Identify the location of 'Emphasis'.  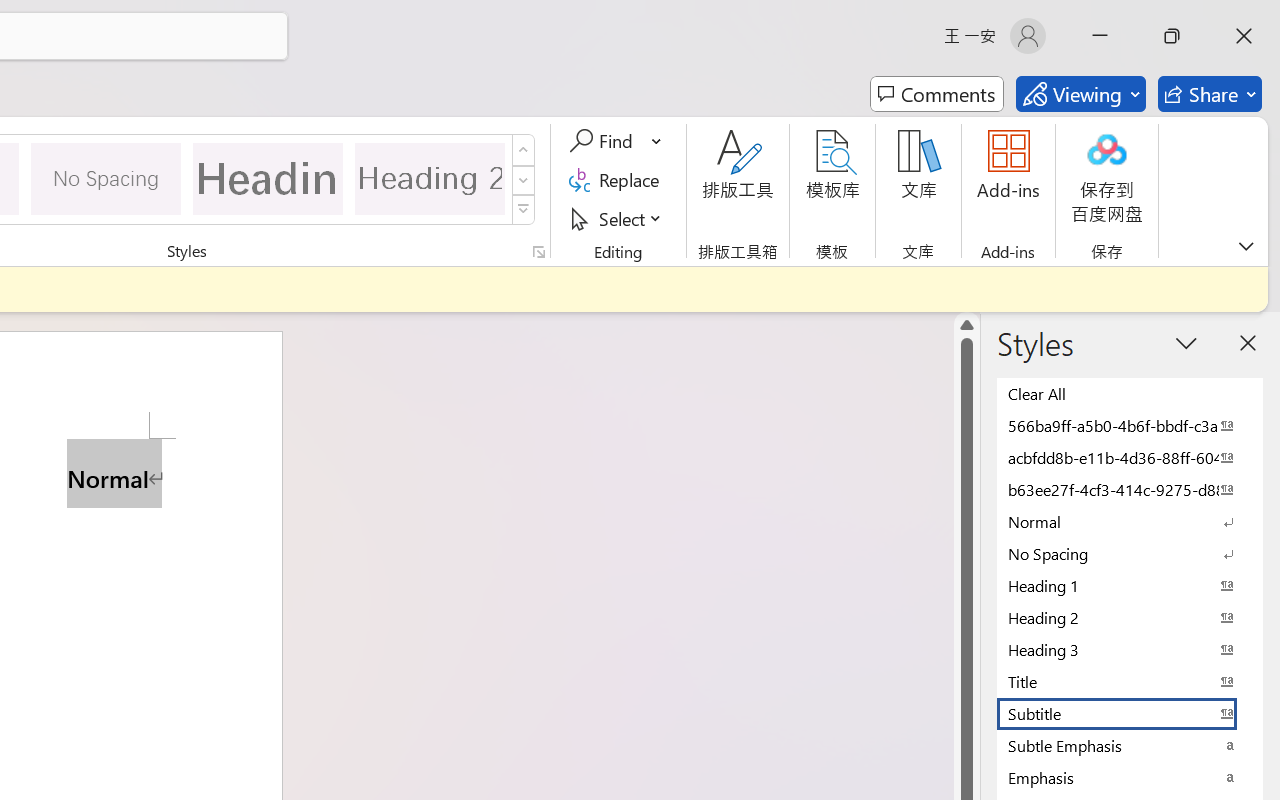
(1130, 776).